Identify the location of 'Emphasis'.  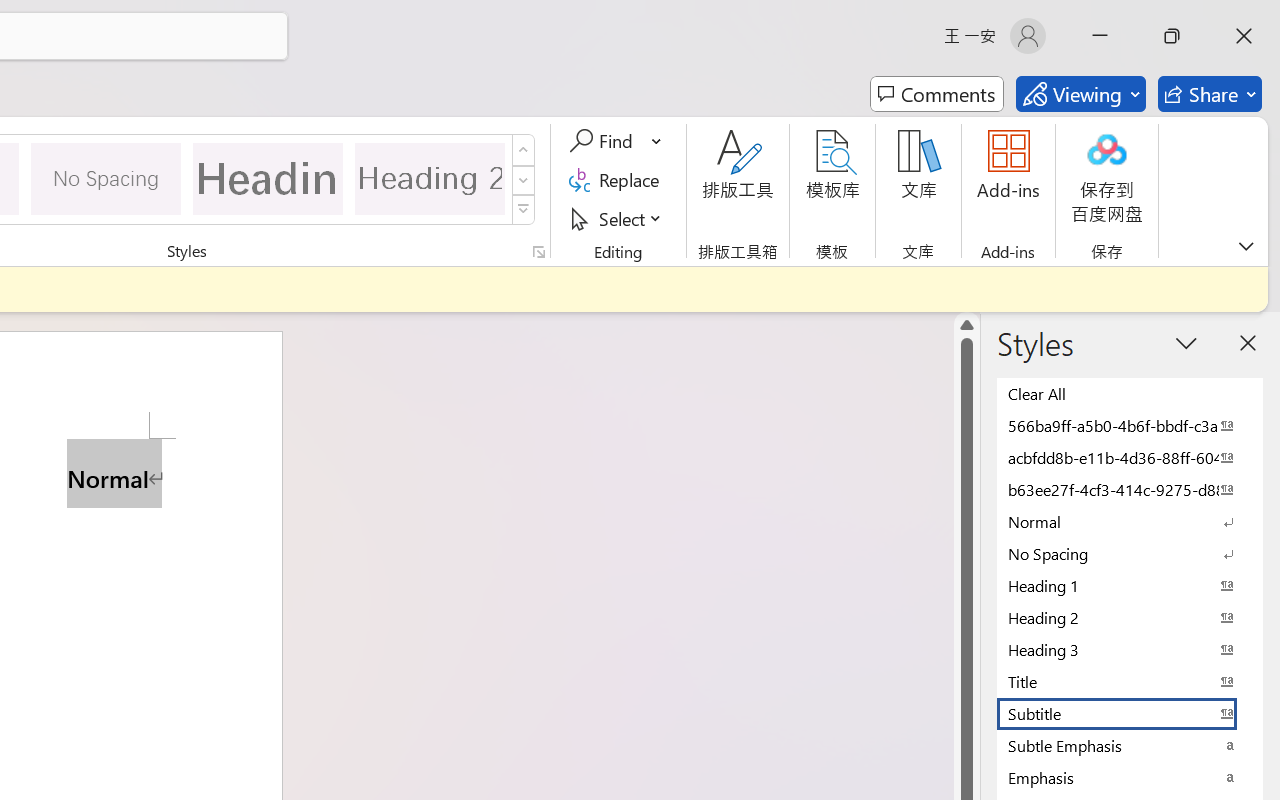
(1130, 776).